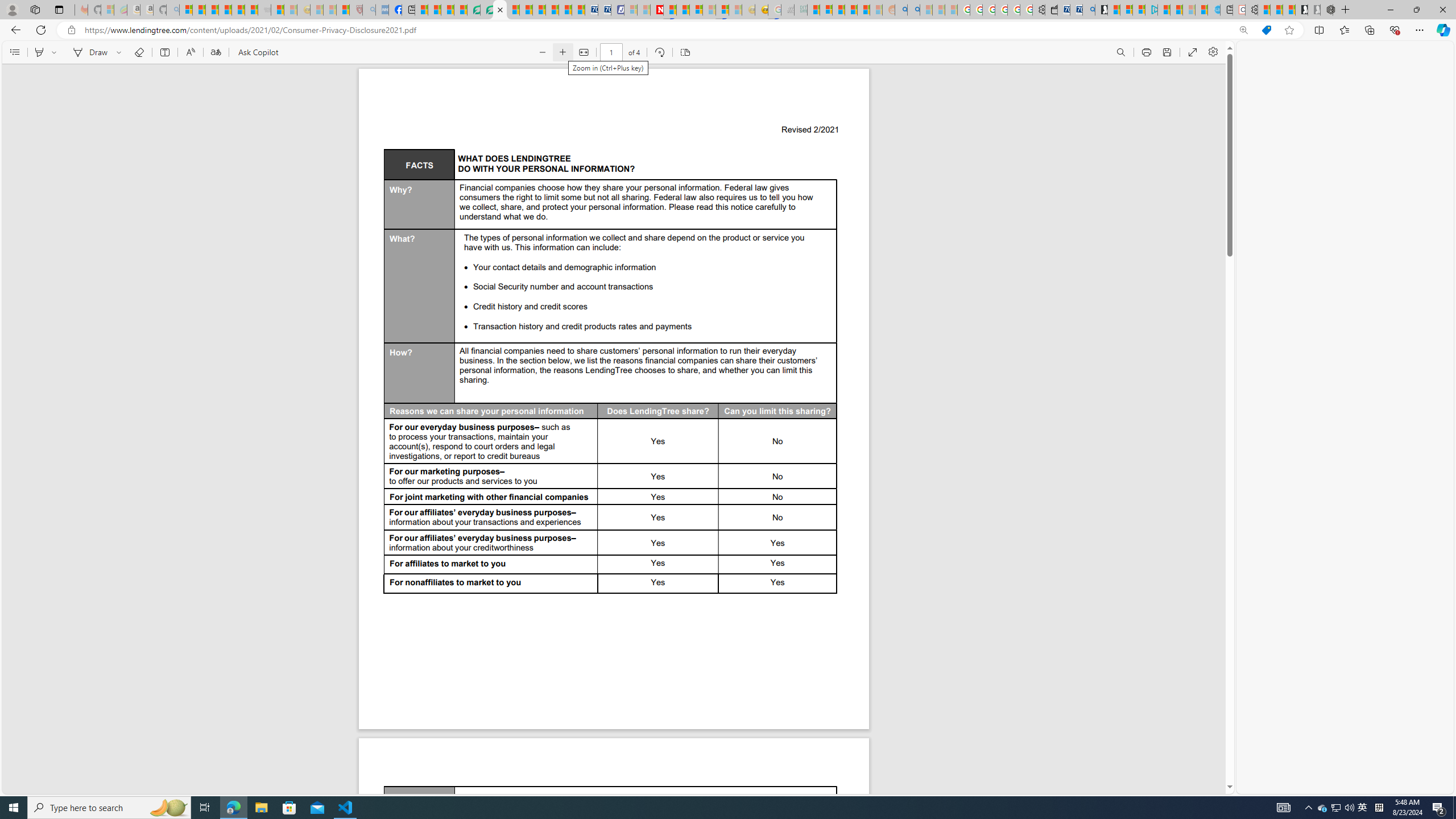 Image resolution: width=1456 pixels, height=819 pixels. What do you see at coordinates (1050, 9) in the screenshot?
I see `'Wallet'` at bounding box center [1050, 9].